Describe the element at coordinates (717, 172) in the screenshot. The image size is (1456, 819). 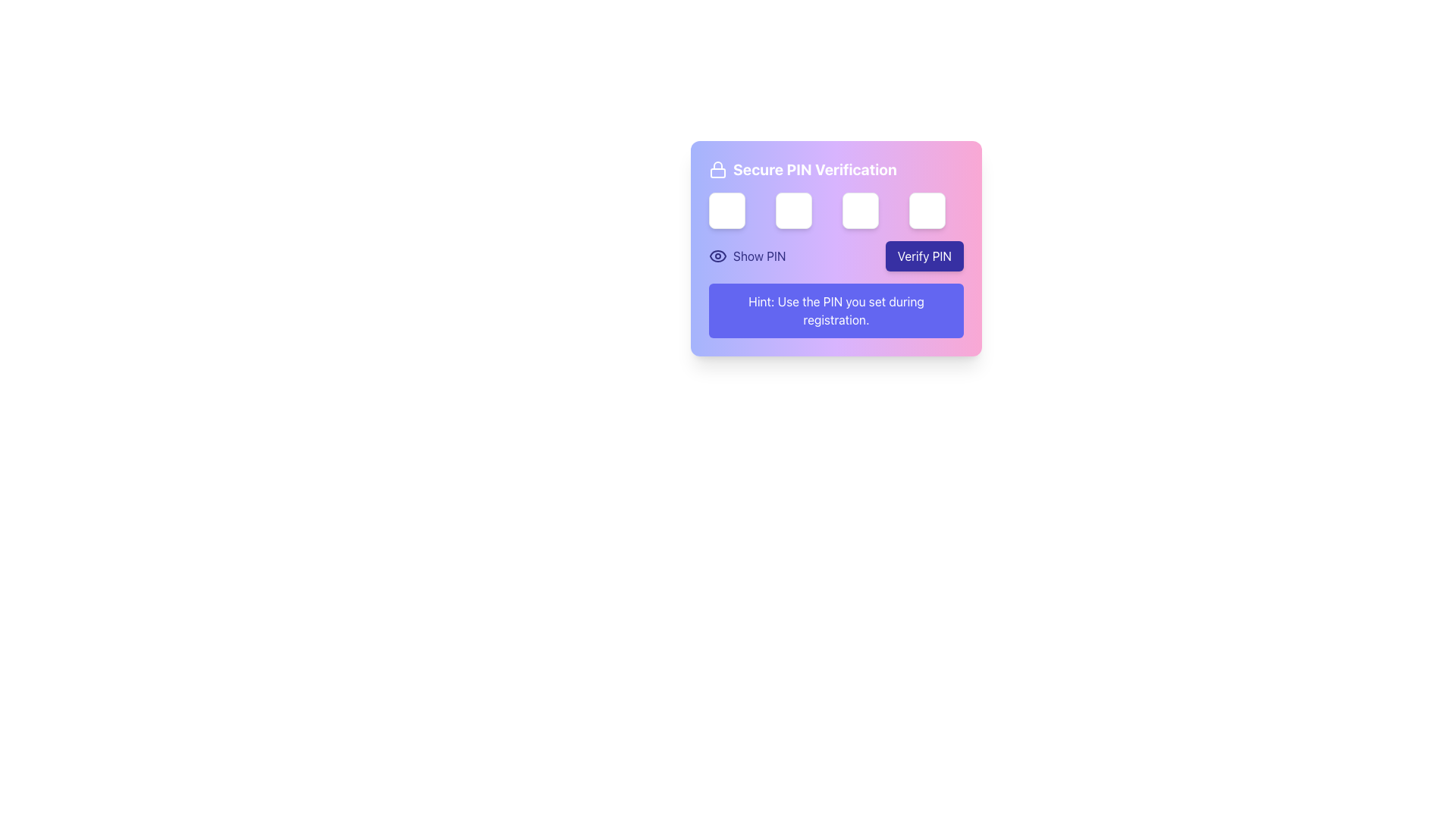
I see `the lock icon in the header of the 'Secure PIN Verification' modal dialog, which symbolizes security` at that location.